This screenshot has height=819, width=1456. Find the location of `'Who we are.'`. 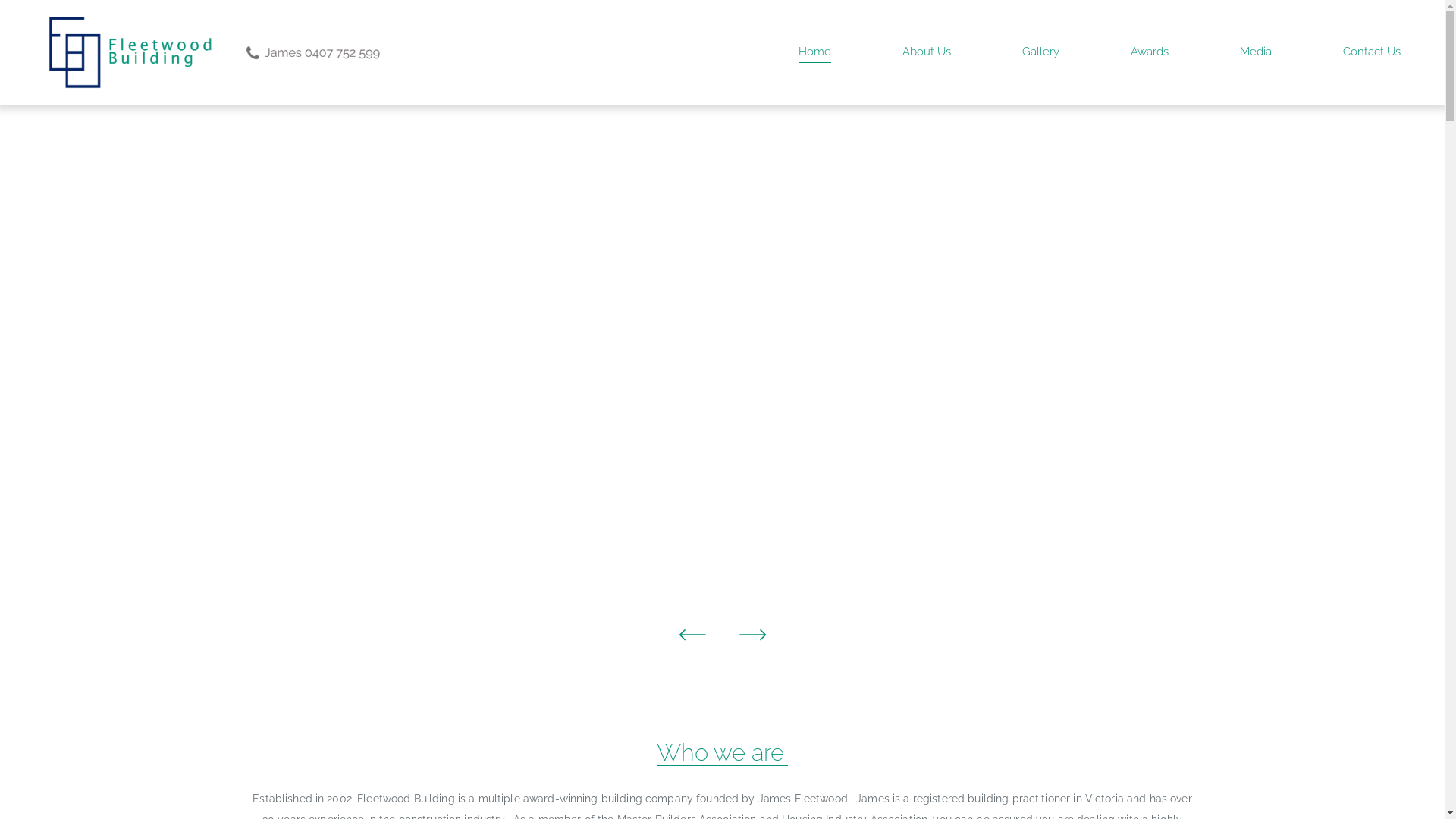

'Who we are.' is located at coordinates (721, 752).